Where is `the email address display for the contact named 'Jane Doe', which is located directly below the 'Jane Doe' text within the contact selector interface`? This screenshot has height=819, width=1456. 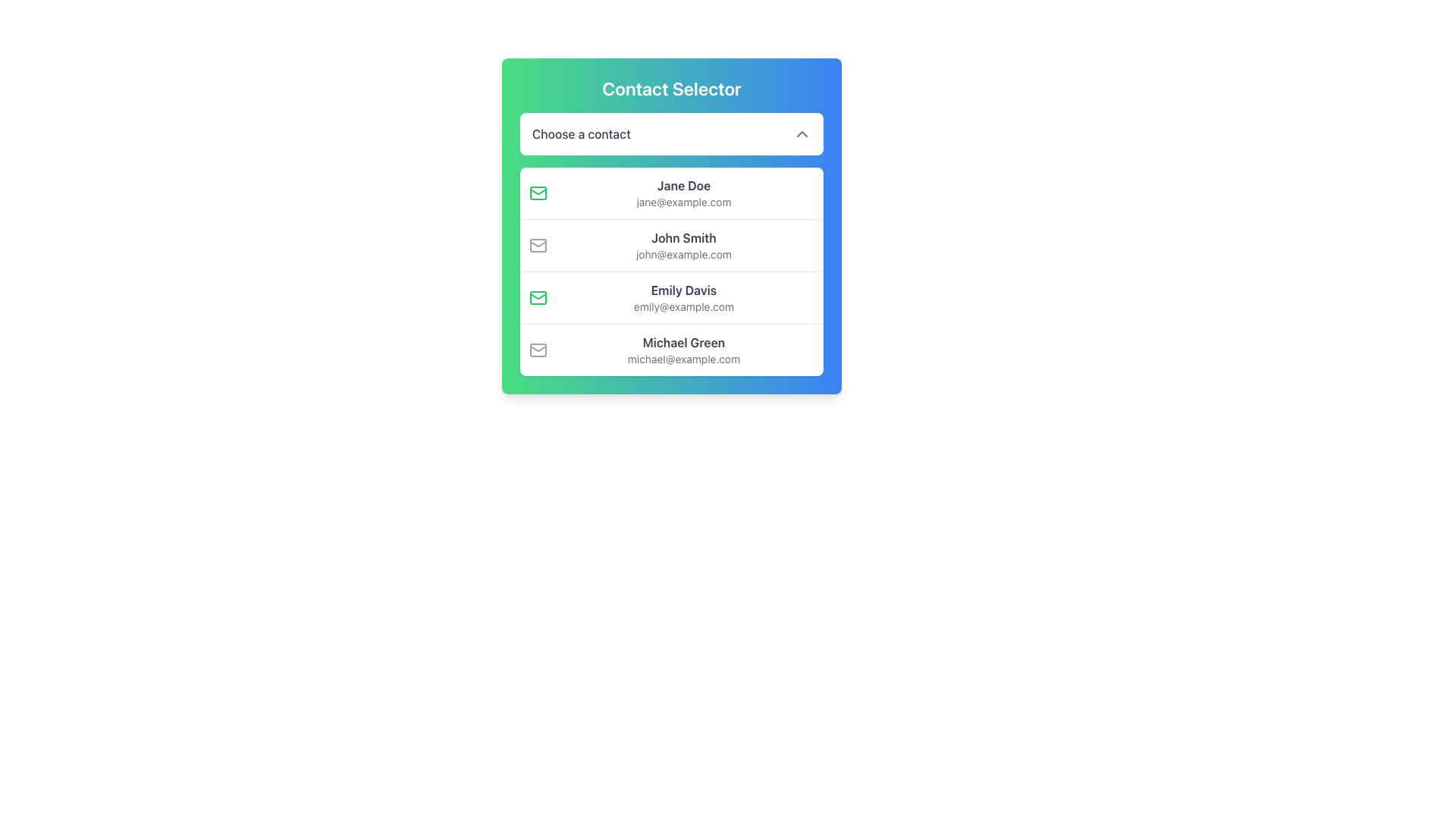 the email address display for the contact named 'Jane Doe', which is located directly below the 'Jane Doe' text within the contact selector interface is located at coordinates (683, 201).